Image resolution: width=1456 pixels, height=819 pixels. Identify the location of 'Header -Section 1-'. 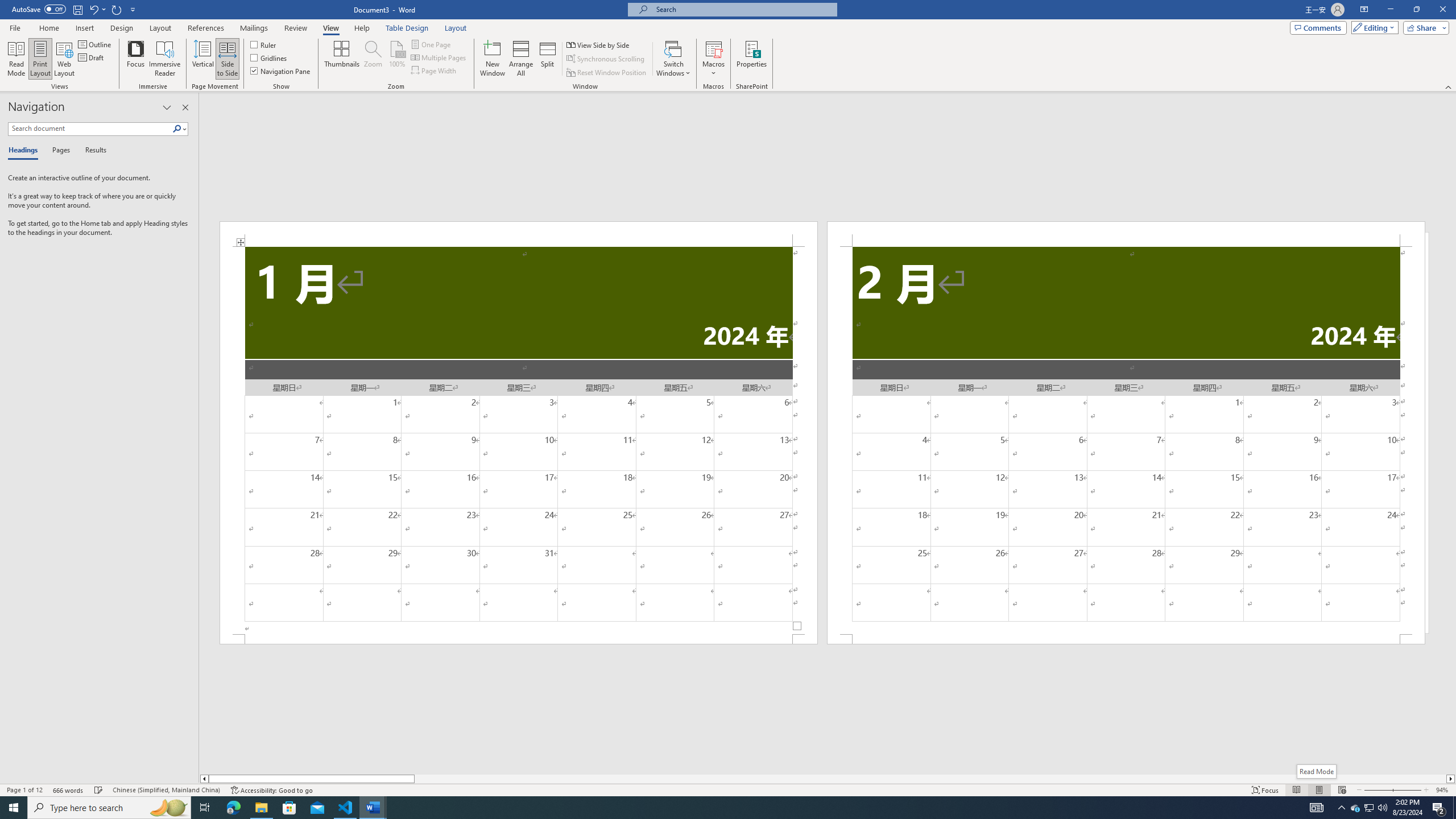
(519, 233).